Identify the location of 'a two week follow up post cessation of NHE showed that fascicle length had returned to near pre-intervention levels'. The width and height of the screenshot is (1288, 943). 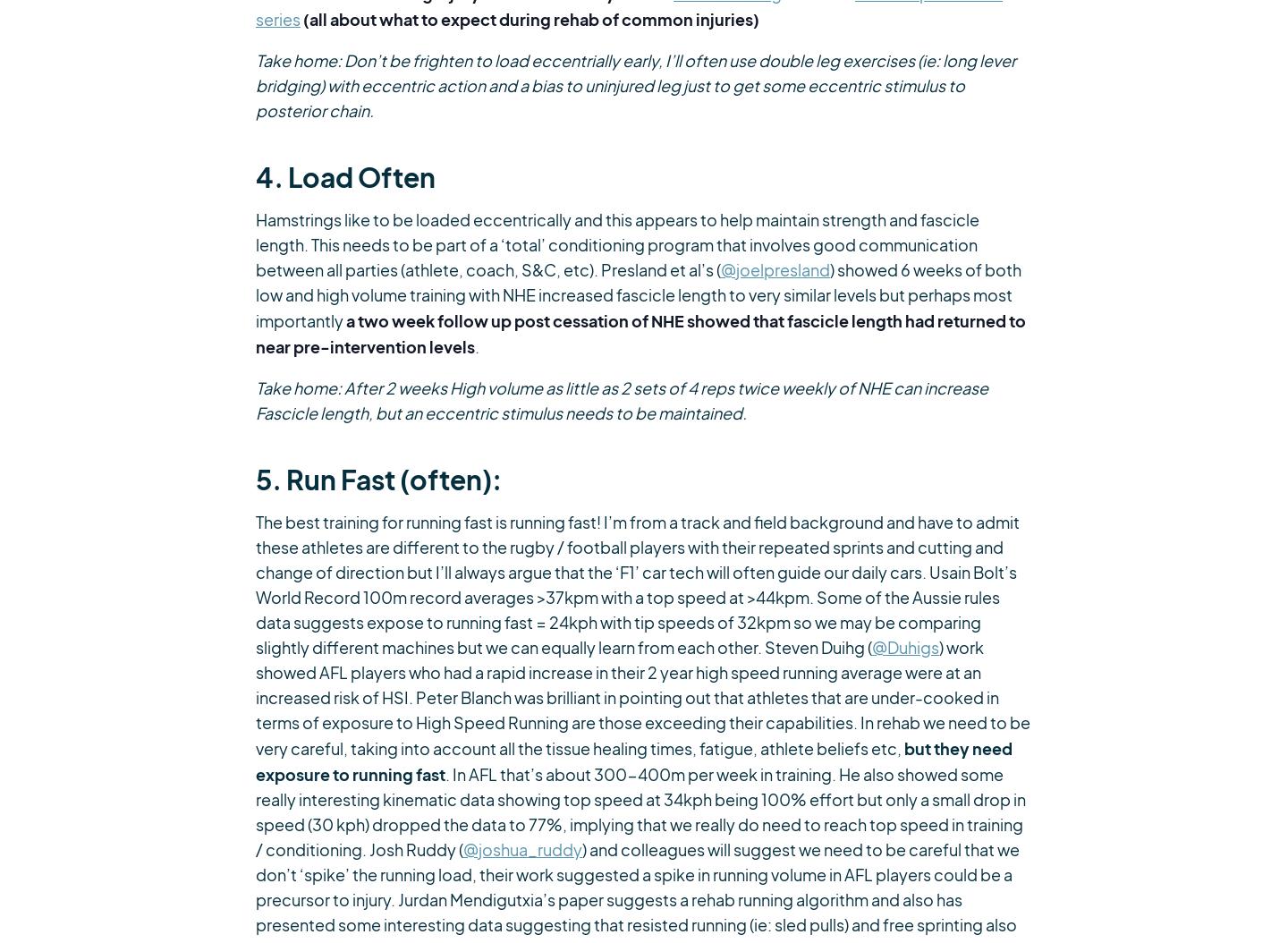
(254, 331).